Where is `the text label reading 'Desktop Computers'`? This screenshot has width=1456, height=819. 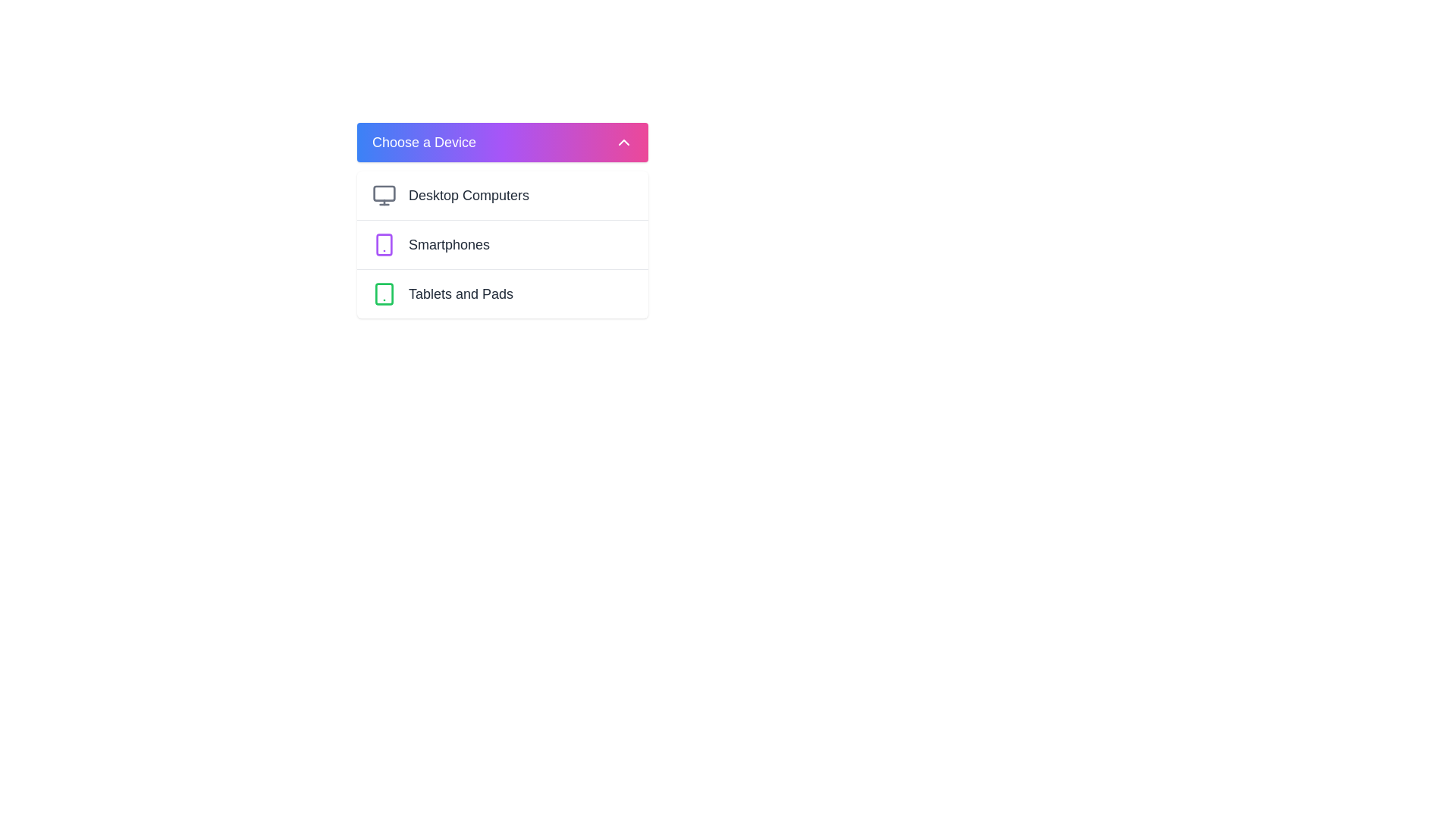
the text label reading 'Desktop Computers' is located at coordinates (468, 195).